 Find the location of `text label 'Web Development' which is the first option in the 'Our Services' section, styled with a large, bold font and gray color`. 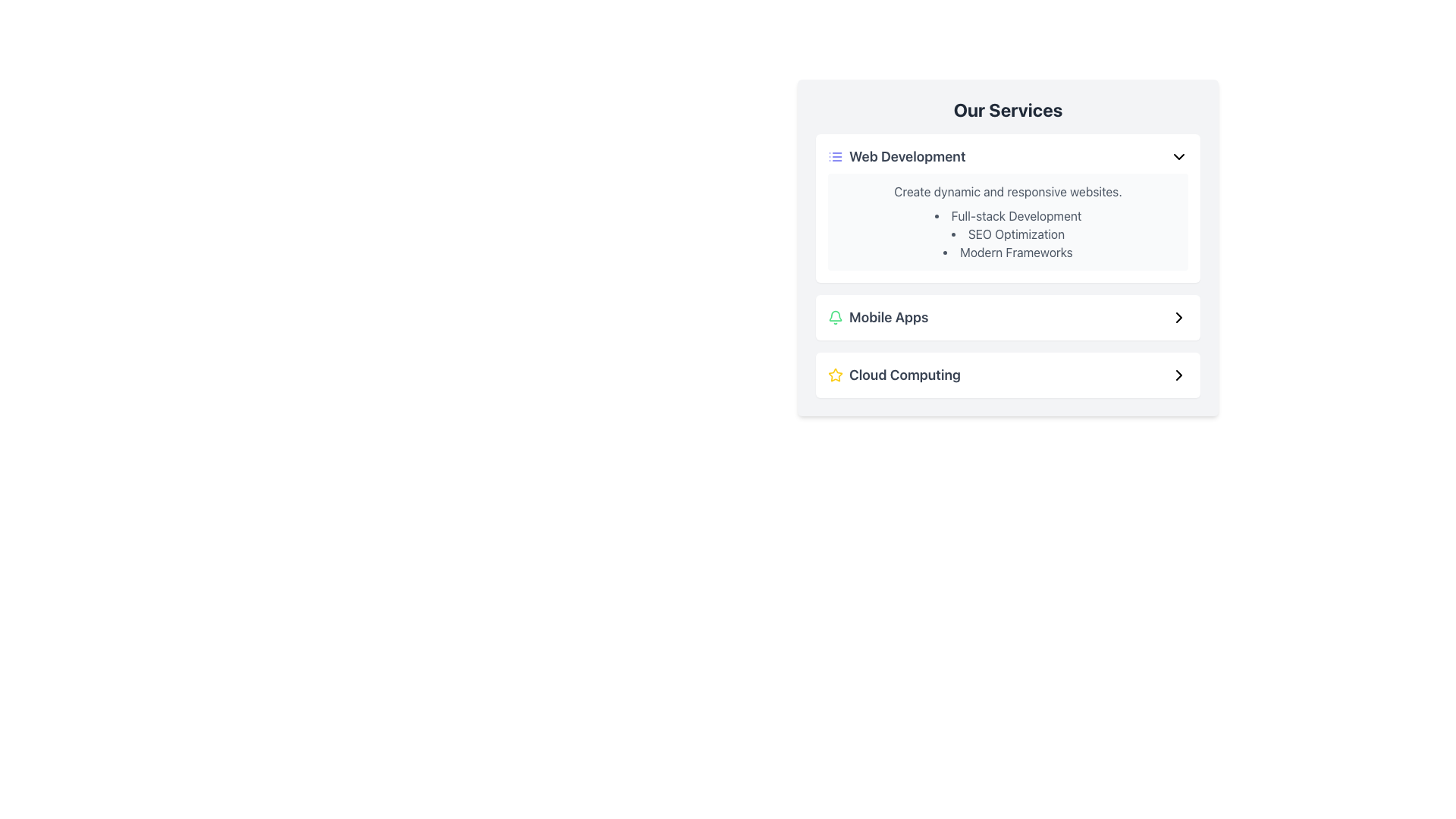

text label 'Web Development' which is the first option in the 'Our Services' section, styled with a large, bold font and gray color is located at coordinates (907, 157).